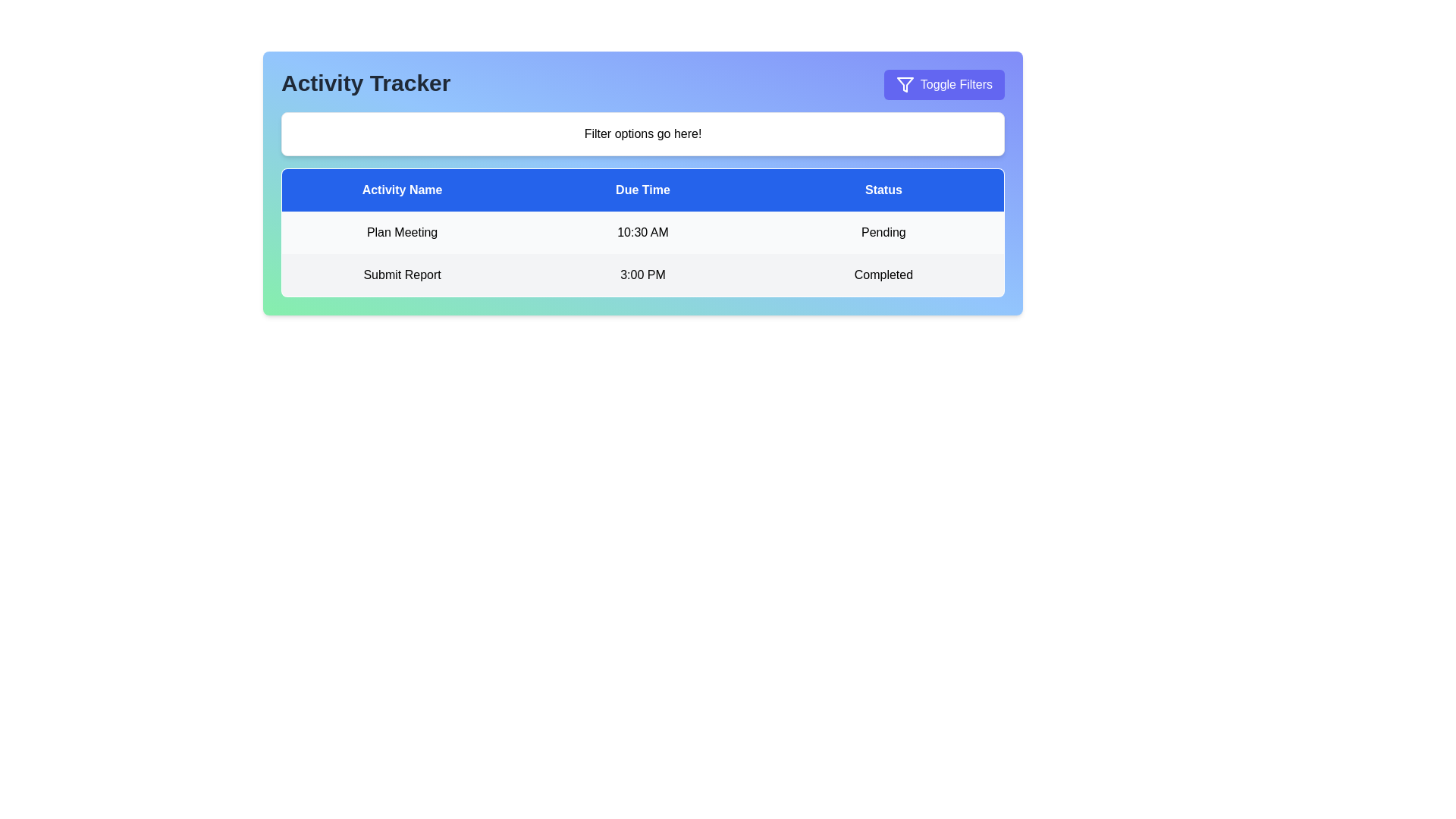  I want to click on the 'Submit Report' text label, which is centered in a table cell under the 'Activity Name' column of the second content row, so click(402, 275).